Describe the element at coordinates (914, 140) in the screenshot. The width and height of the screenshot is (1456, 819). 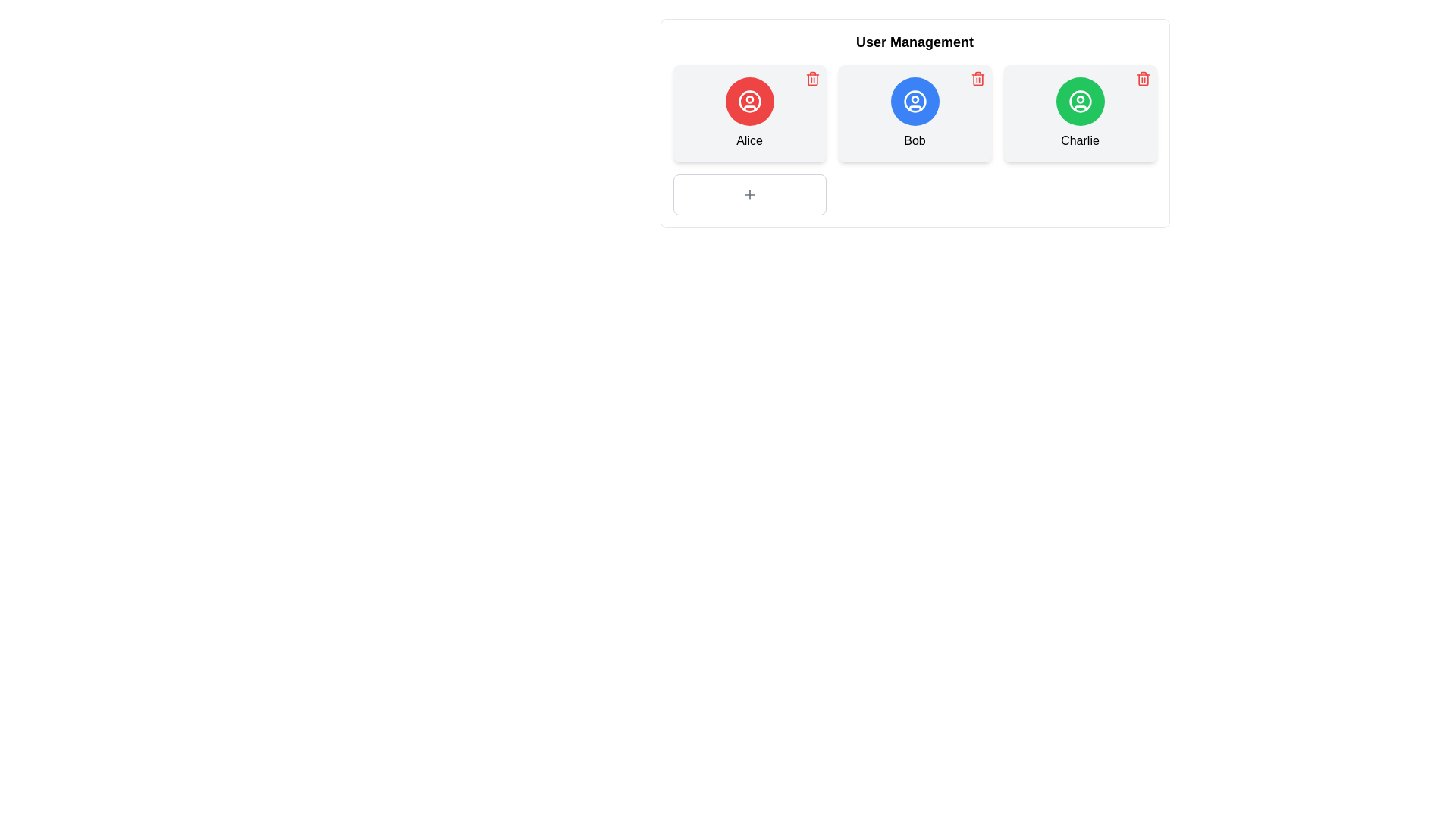
I see `the 'Bob' label text which is styled in black font and positioned beneath a circular user icon in the central card of the user management section` at that location.